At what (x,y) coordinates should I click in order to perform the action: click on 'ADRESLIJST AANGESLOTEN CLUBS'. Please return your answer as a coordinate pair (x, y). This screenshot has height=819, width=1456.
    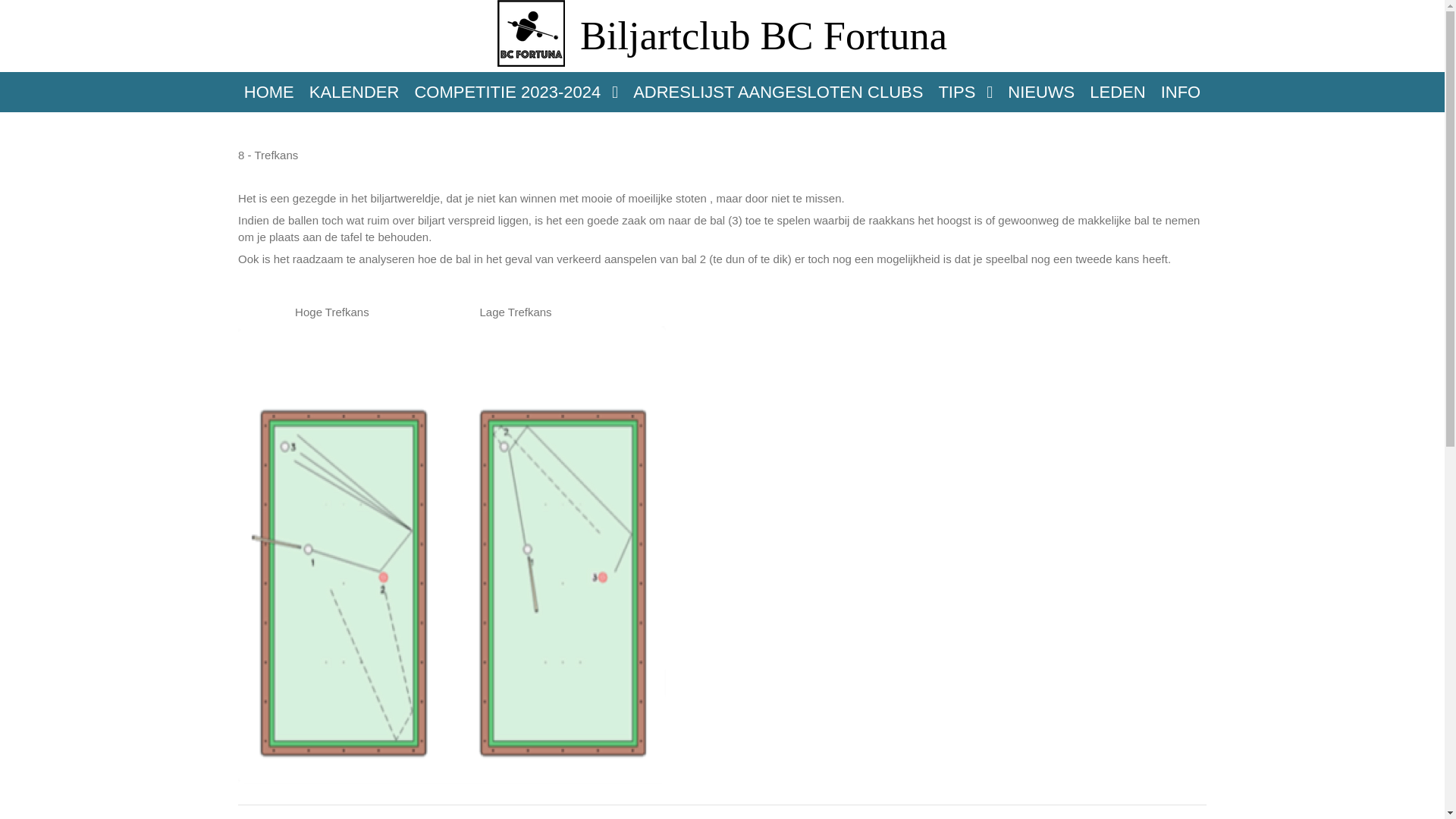
    Looking at the image, I should click on (778, 91).